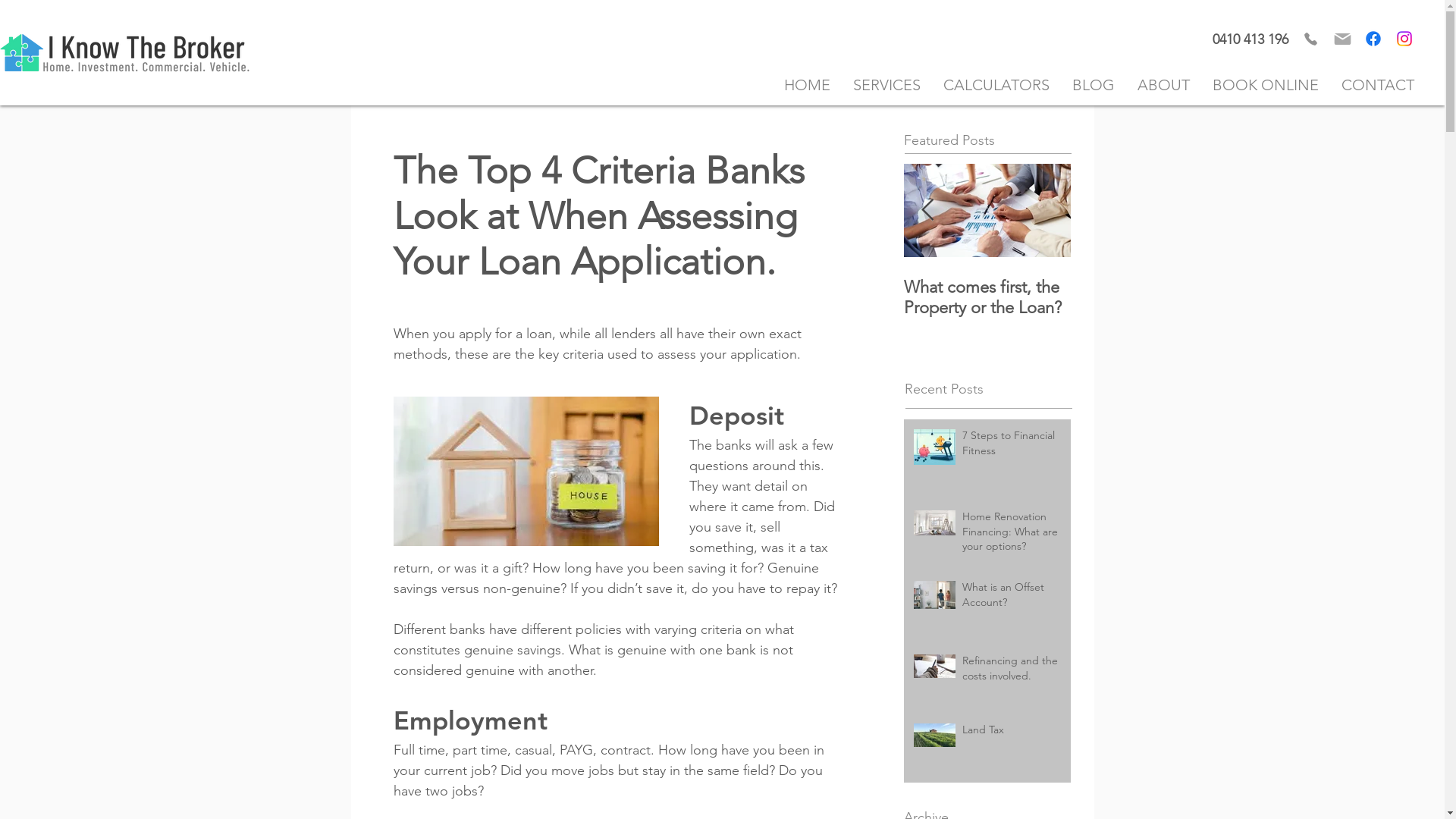 This screenshot has height=819, width=1456. Describe the element at coordinates (806, 84) in the screenshot. I see `'HOME'` at that location.